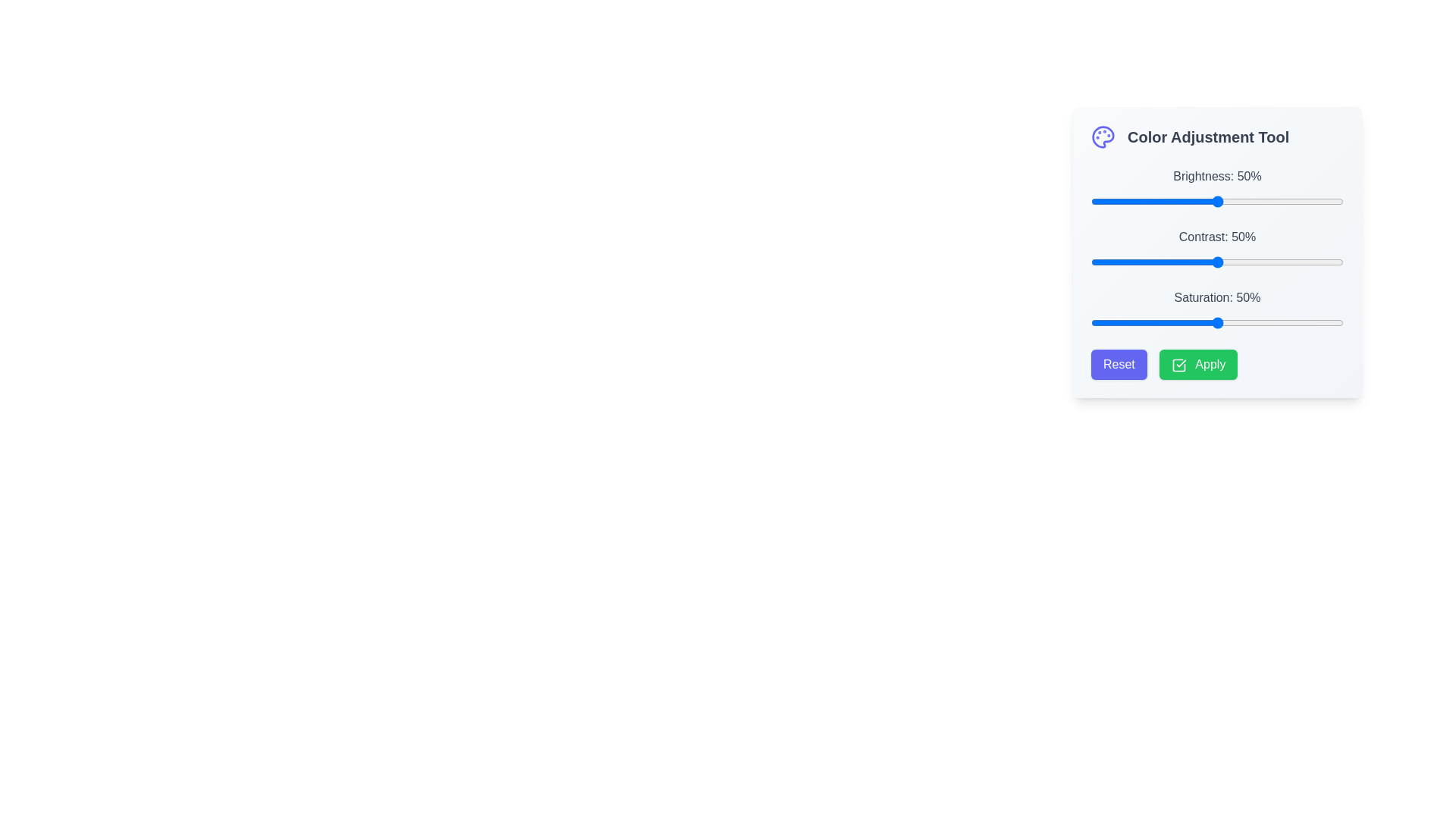 The image size is (1456, 819). Describe the element at coordinates (1178, 365) in the screenshot. I see `the decorative icon of the 'Apply' button located at the bottom-right corner of the interface, next to the 'Reset' button` at that location.